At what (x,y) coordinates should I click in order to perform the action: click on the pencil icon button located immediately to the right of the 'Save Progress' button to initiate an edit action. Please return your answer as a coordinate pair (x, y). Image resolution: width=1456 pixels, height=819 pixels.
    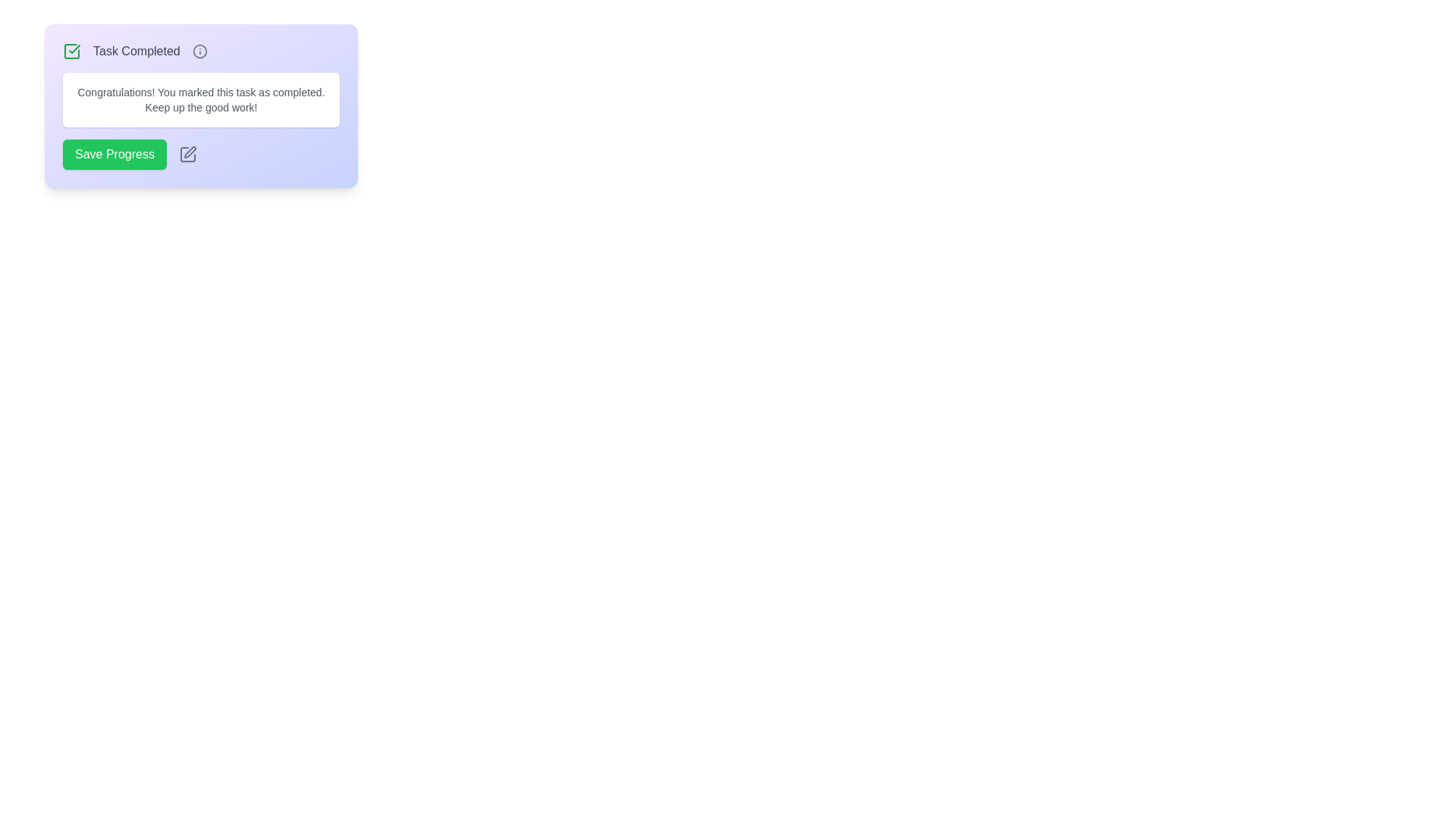
    Looking at the image, I should click on (187, 155).